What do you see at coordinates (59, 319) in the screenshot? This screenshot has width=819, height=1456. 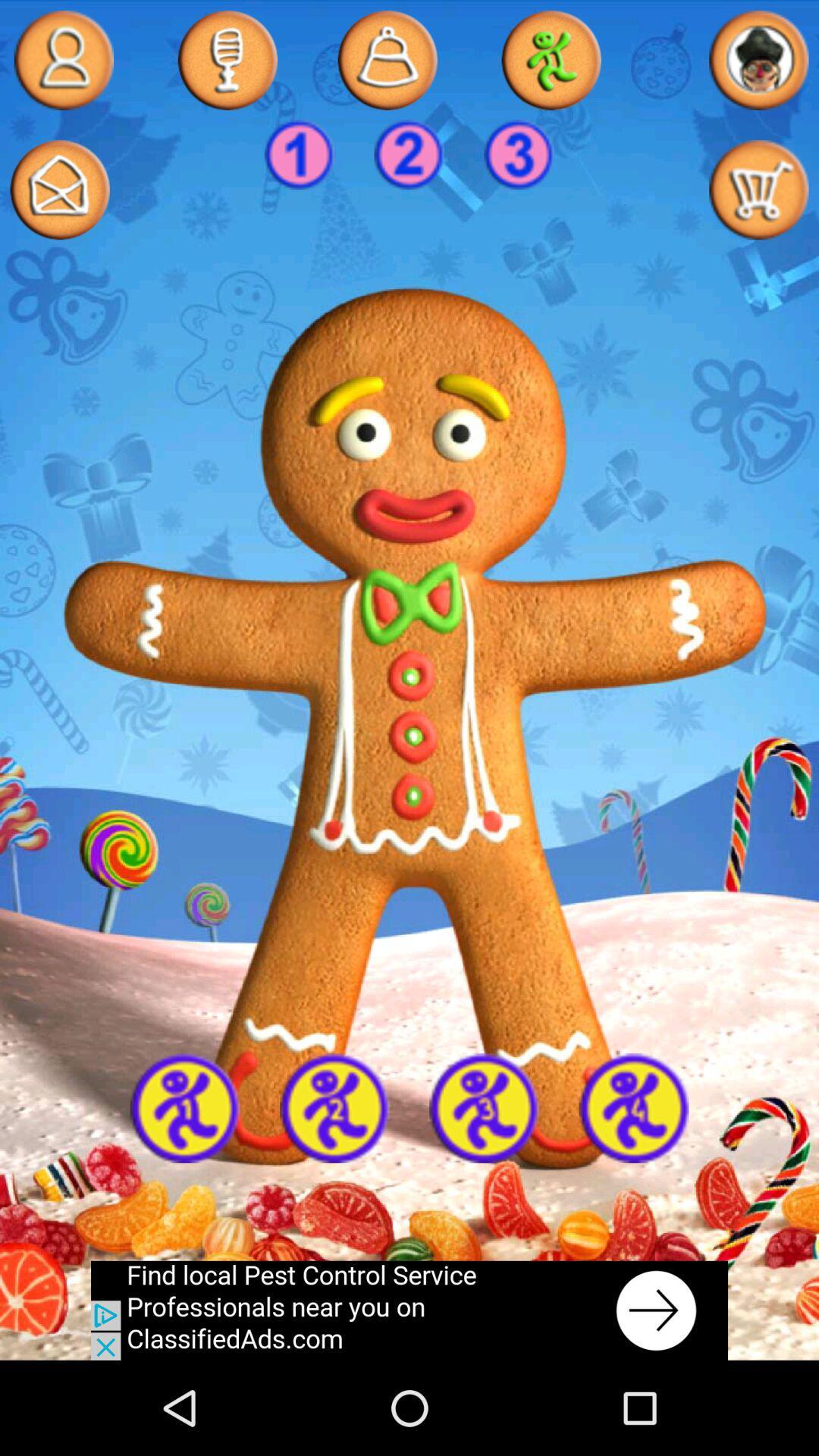 I see `the avatar icon` at bounding box center [59, 319].